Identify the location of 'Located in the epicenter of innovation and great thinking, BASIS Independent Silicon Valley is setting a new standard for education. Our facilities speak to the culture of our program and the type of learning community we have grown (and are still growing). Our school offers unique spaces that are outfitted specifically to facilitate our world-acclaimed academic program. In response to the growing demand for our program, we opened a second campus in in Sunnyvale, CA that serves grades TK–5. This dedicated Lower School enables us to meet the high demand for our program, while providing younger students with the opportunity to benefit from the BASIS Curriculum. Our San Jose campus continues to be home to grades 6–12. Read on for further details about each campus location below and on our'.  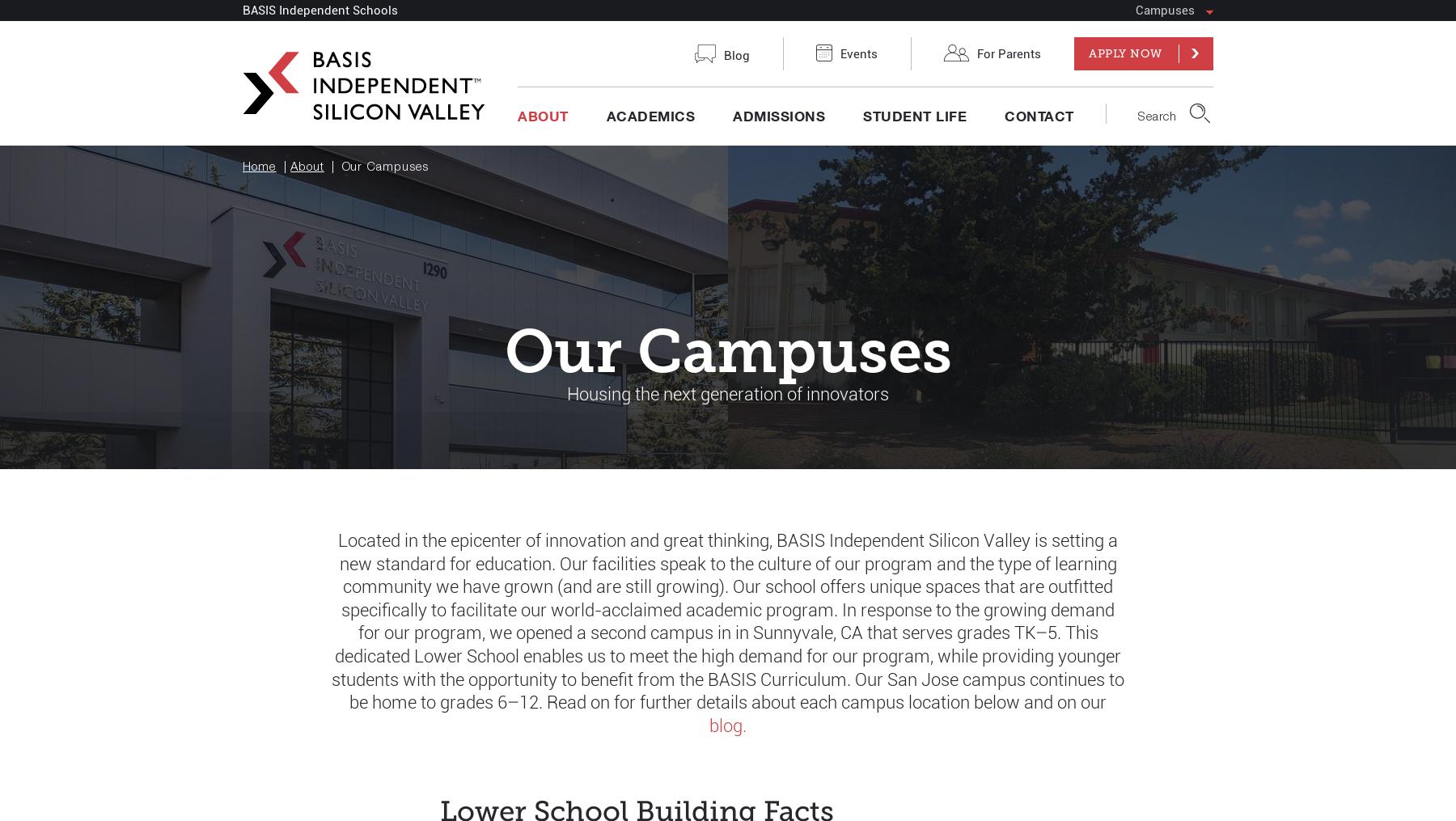
(728, 620).